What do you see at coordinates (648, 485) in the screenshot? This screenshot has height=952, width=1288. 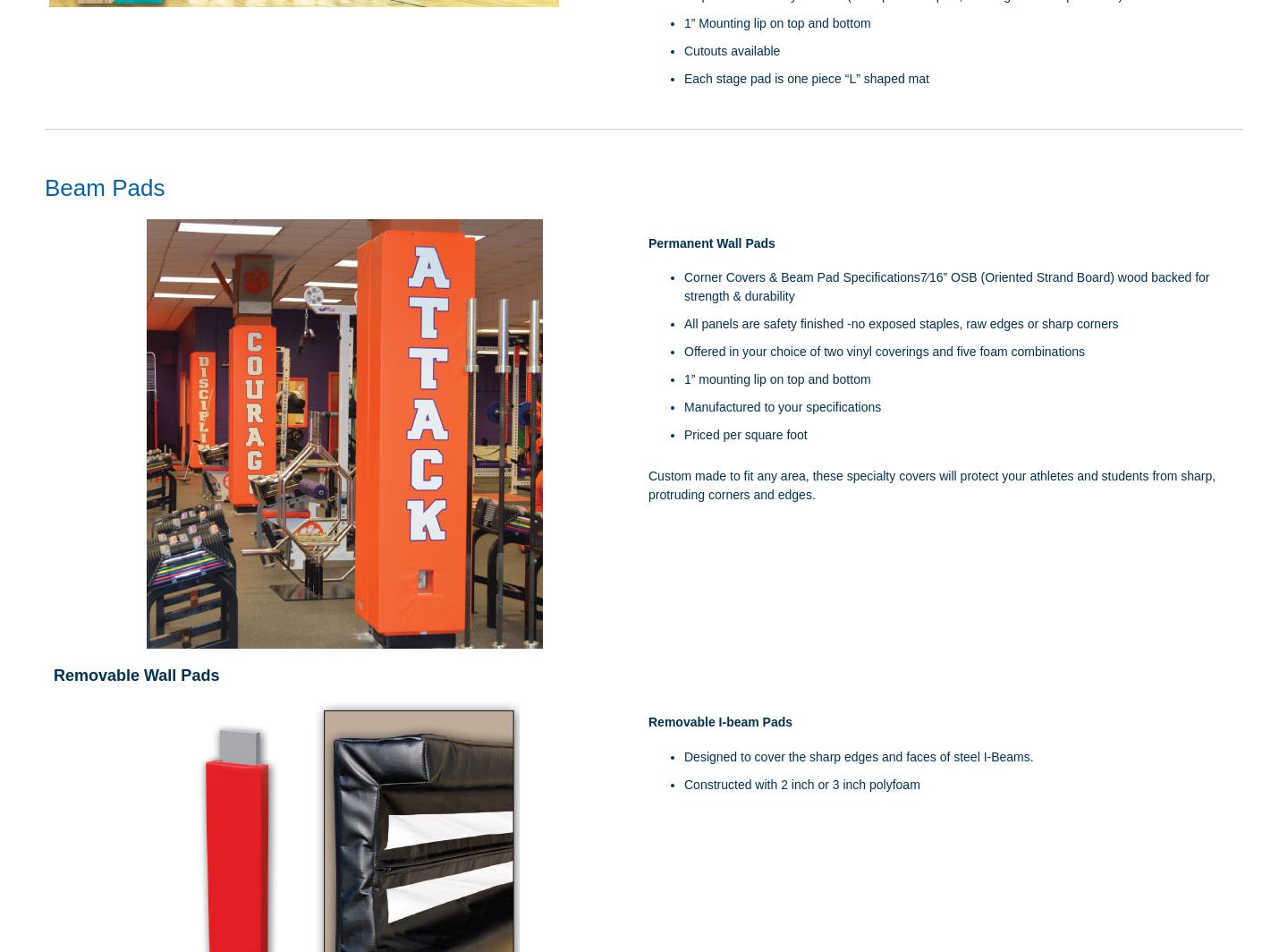 I see `'Custom made to fit any area, these specialty covers will protect your athletes and students from sharp, protruding corners and edges.'` at bounding box center [648, 485].